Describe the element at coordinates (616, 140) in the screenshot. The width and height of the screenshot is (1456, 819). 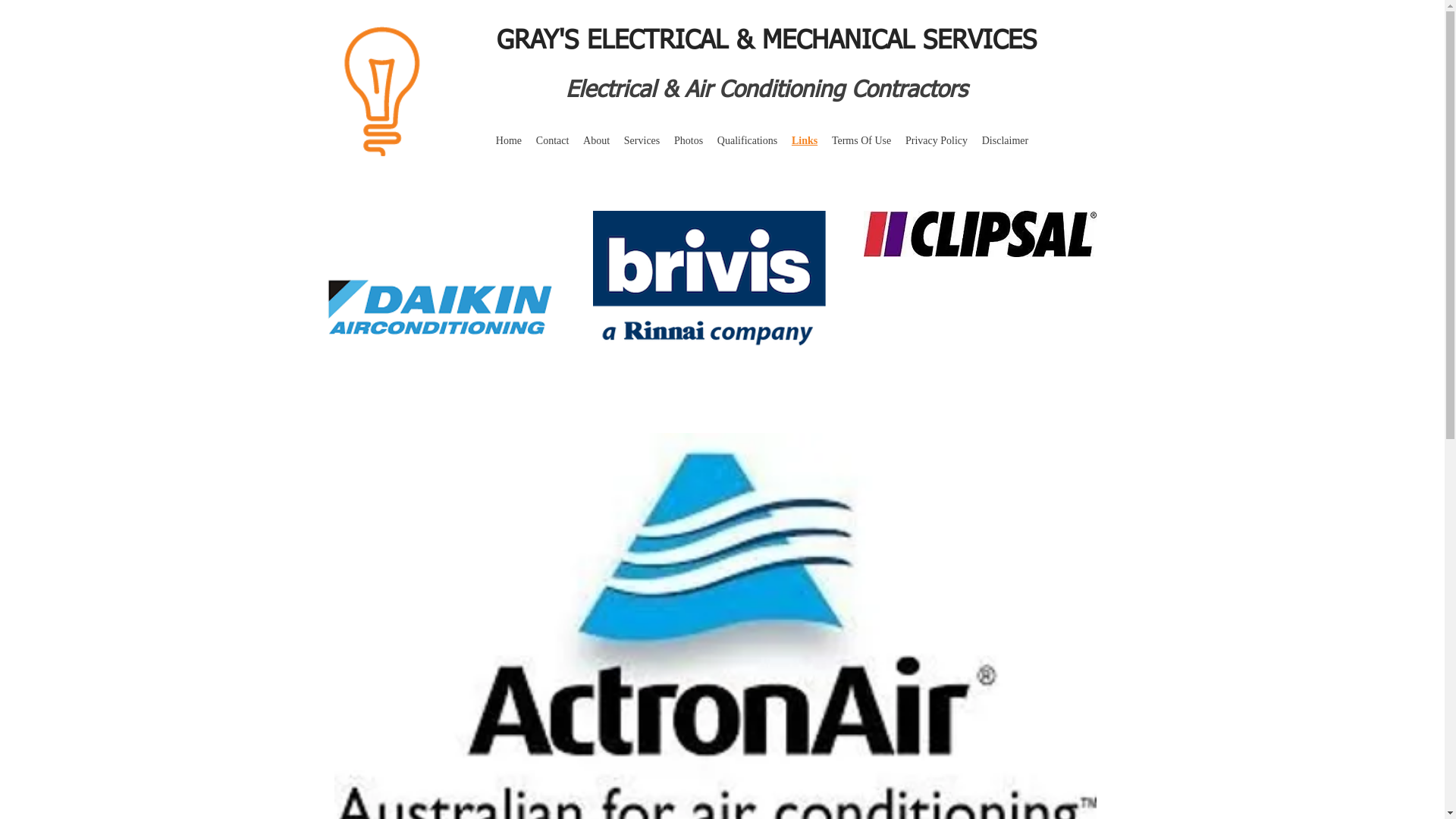
I see `'Services'` at that location.